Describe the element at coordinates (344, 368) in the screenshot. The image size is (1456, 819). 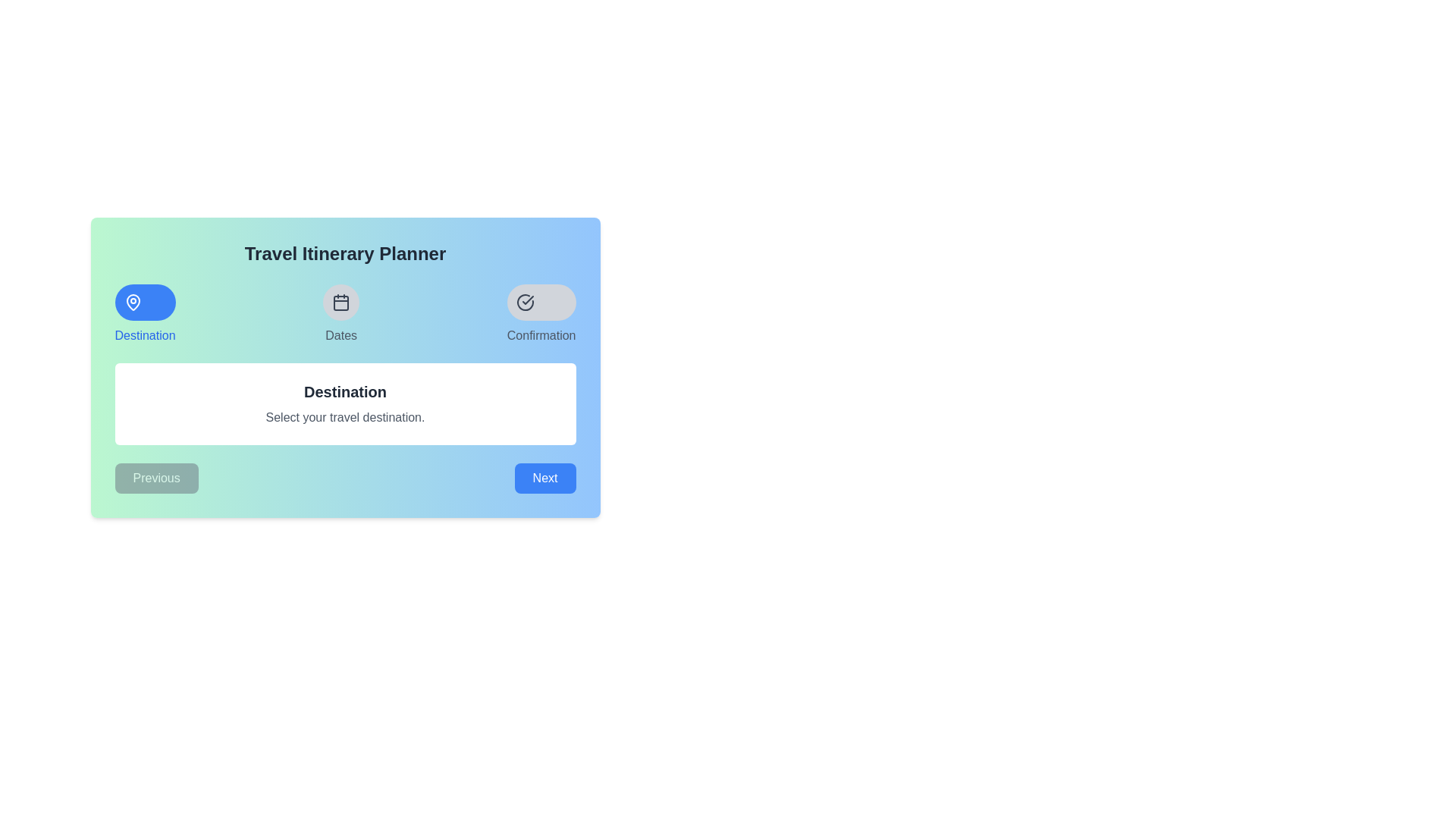
I see `the content display card for the 'Destination' selection step in the travel itinerary planner` at that location.